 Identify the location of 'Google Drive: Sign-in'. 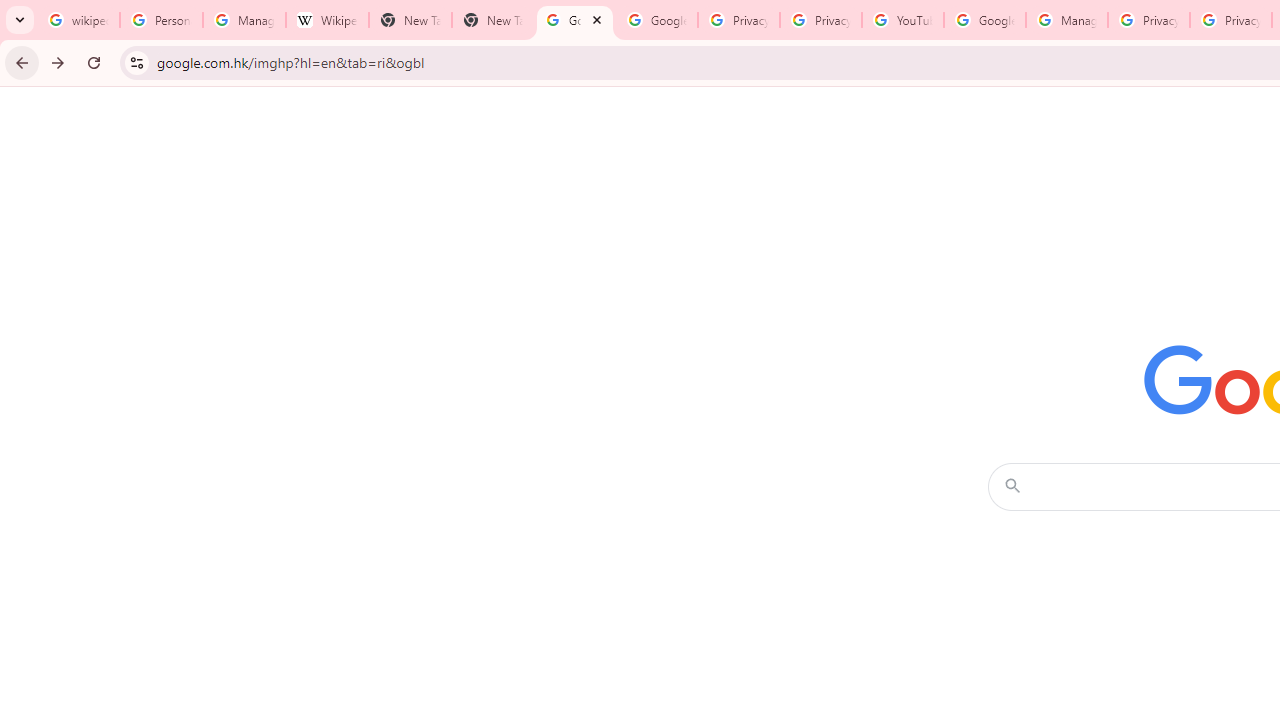
(656, 20).